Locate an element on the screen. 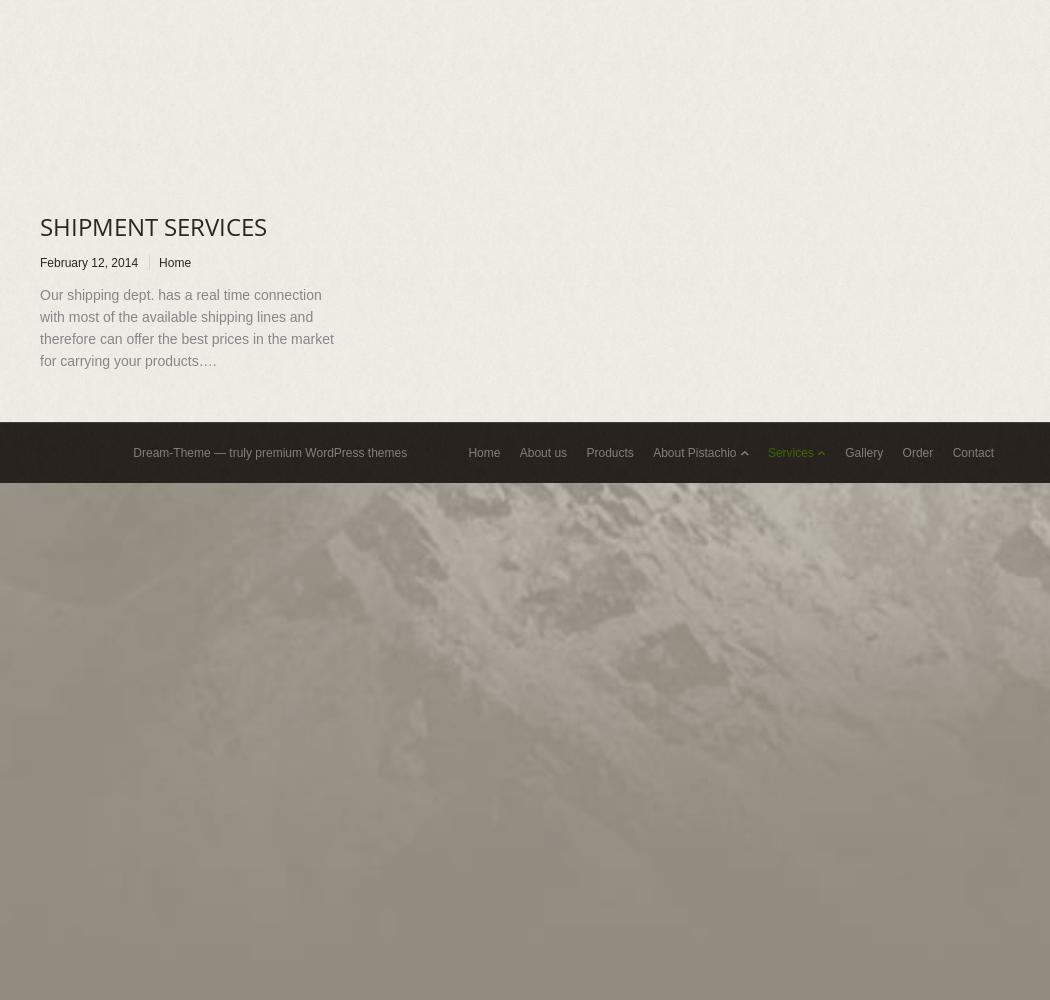 The height and width of the screenshot is (1000, 1050). 'Contact' is located at coordinates (972, 452).